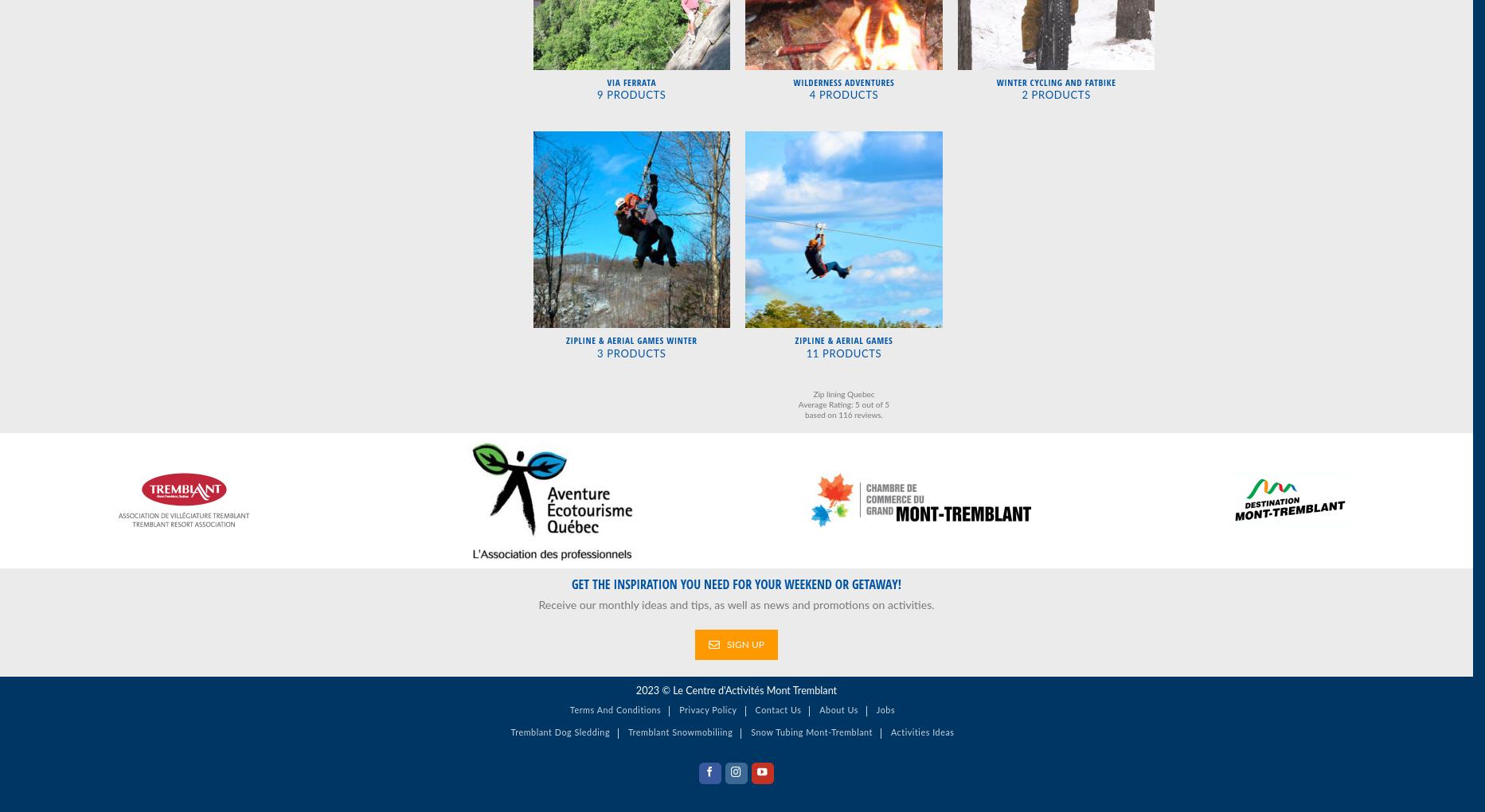 The width and height of the screenshot is (1485, 812). I want to click on 'Via Ferrata', so click(630, 80).